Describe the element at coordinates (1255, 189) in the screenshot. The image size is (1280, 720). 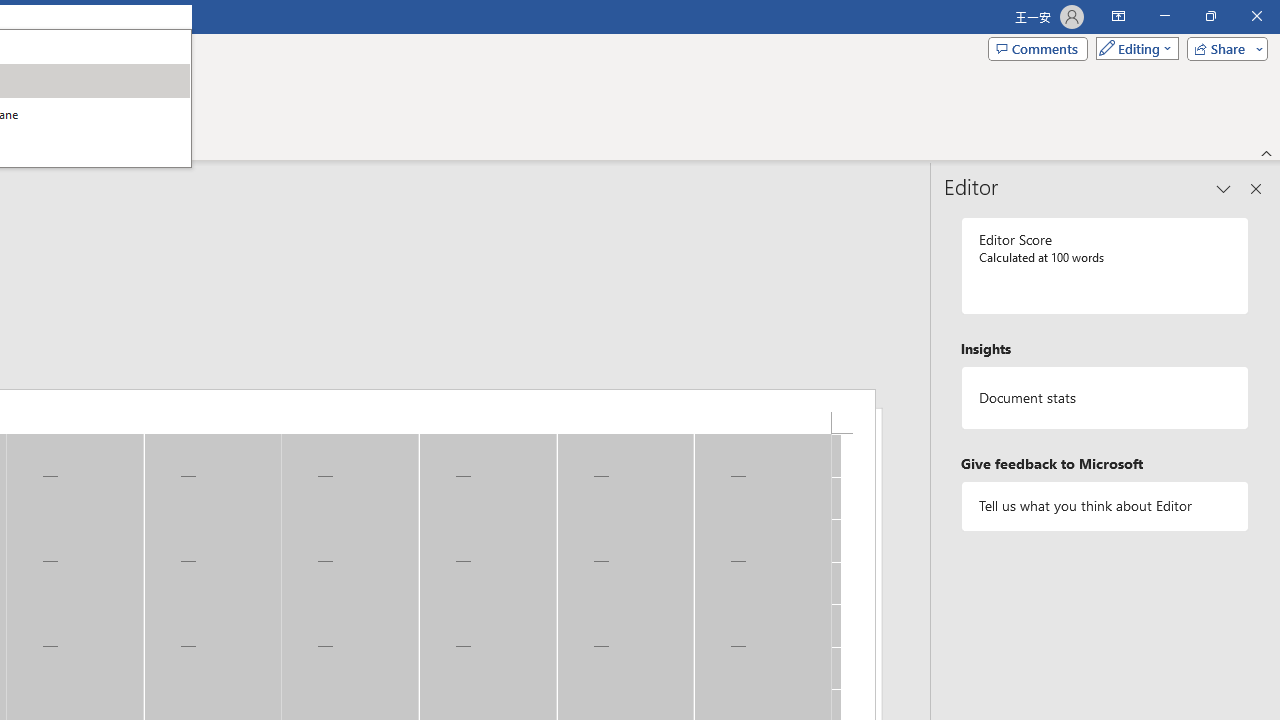
I see `'Close pane'` at that location.